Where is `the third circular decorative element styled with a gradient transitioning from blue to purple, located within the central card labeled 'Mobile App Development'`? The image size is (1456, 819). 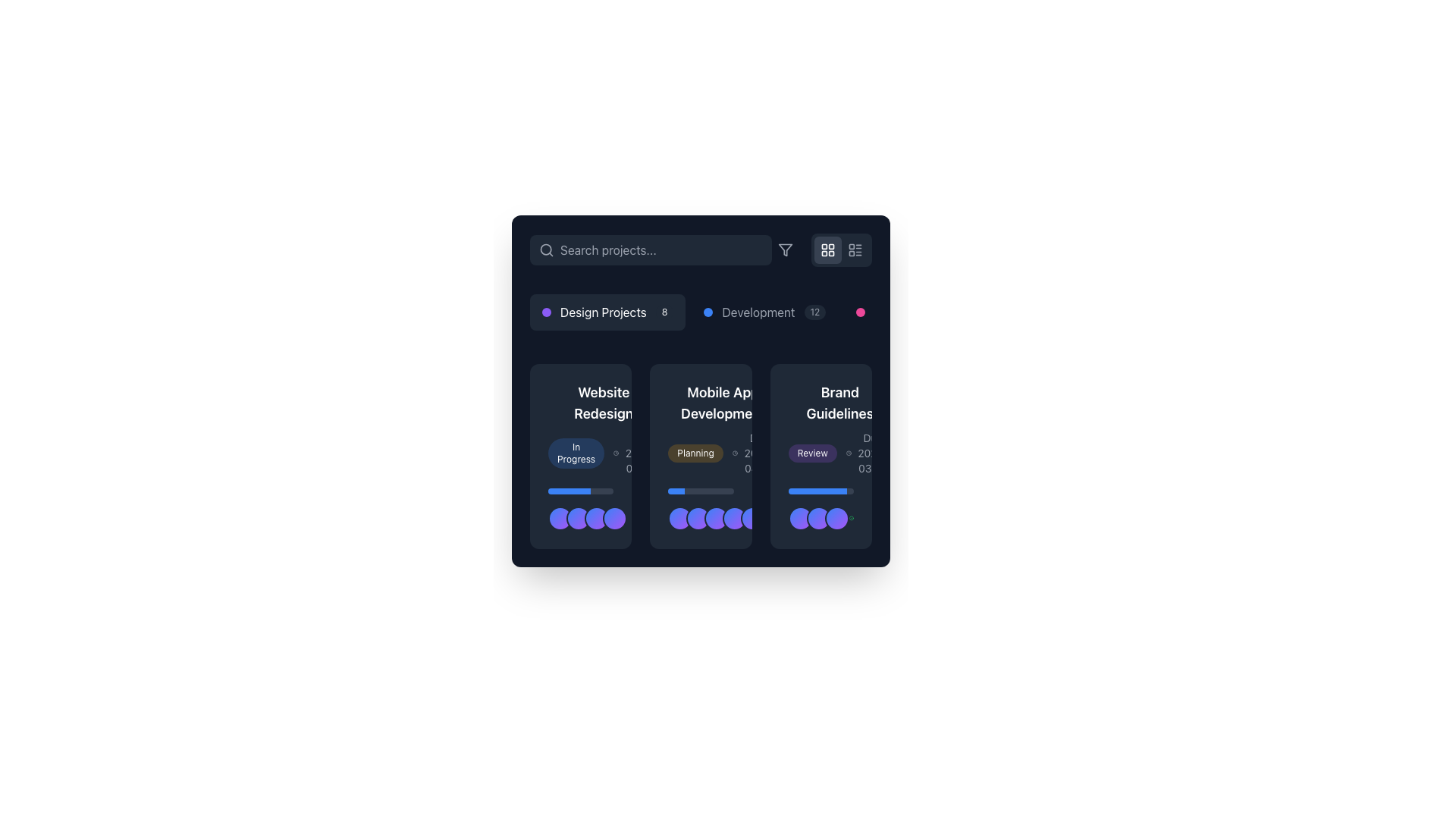 the third circular decorative element styled with a gradient transitioning from blue to purple, located within the central card labeled 'Mobile App Development' is located at coordinates (596, 517).